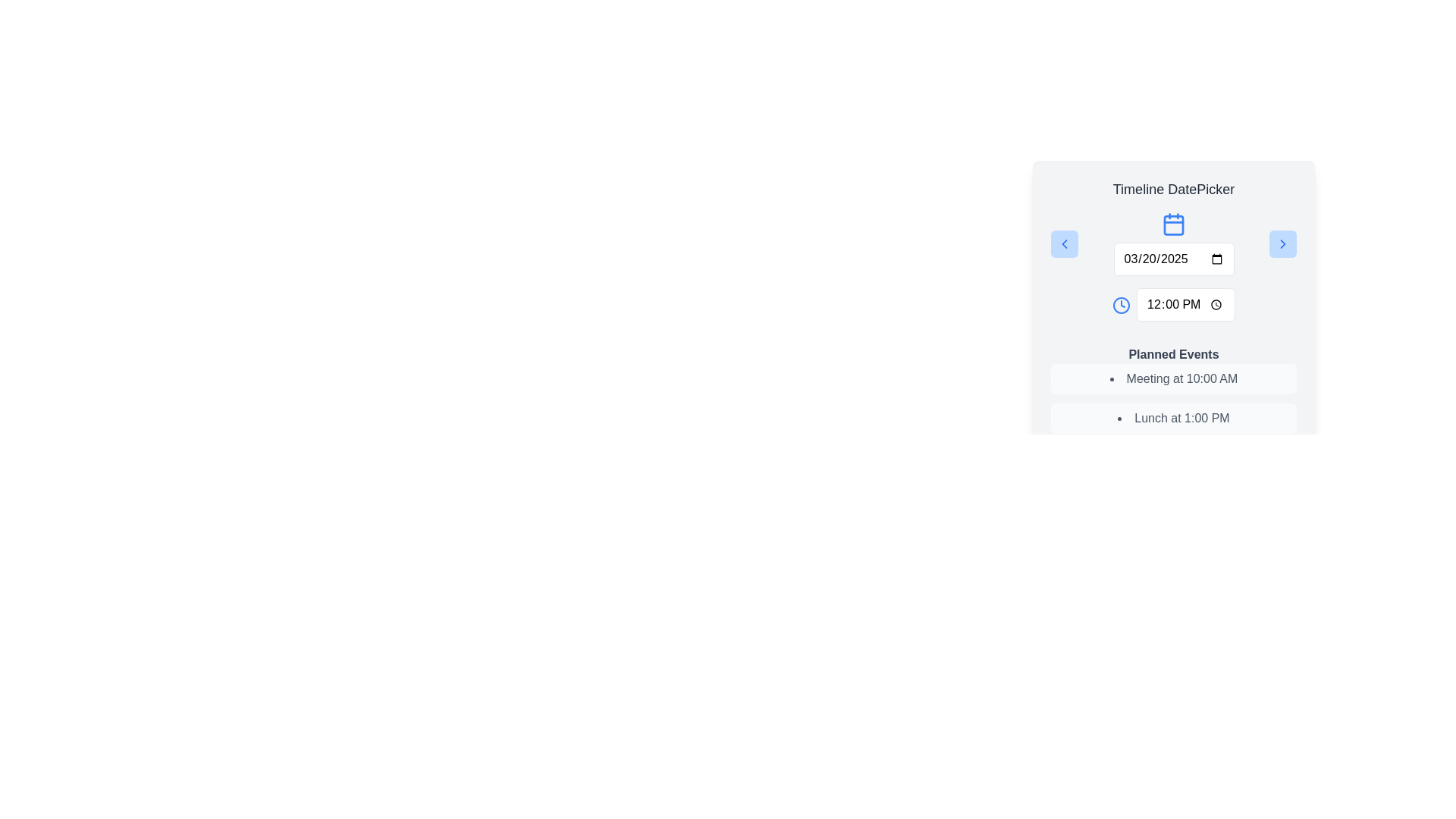 The image size is (1456, 819). What do you see at coordinates (1185, 304) in the screenshot?
I see `the Time input box, which is styled as a bordered and rounded box displaying '12:00 PM'` at bounding box center [1185, 304].